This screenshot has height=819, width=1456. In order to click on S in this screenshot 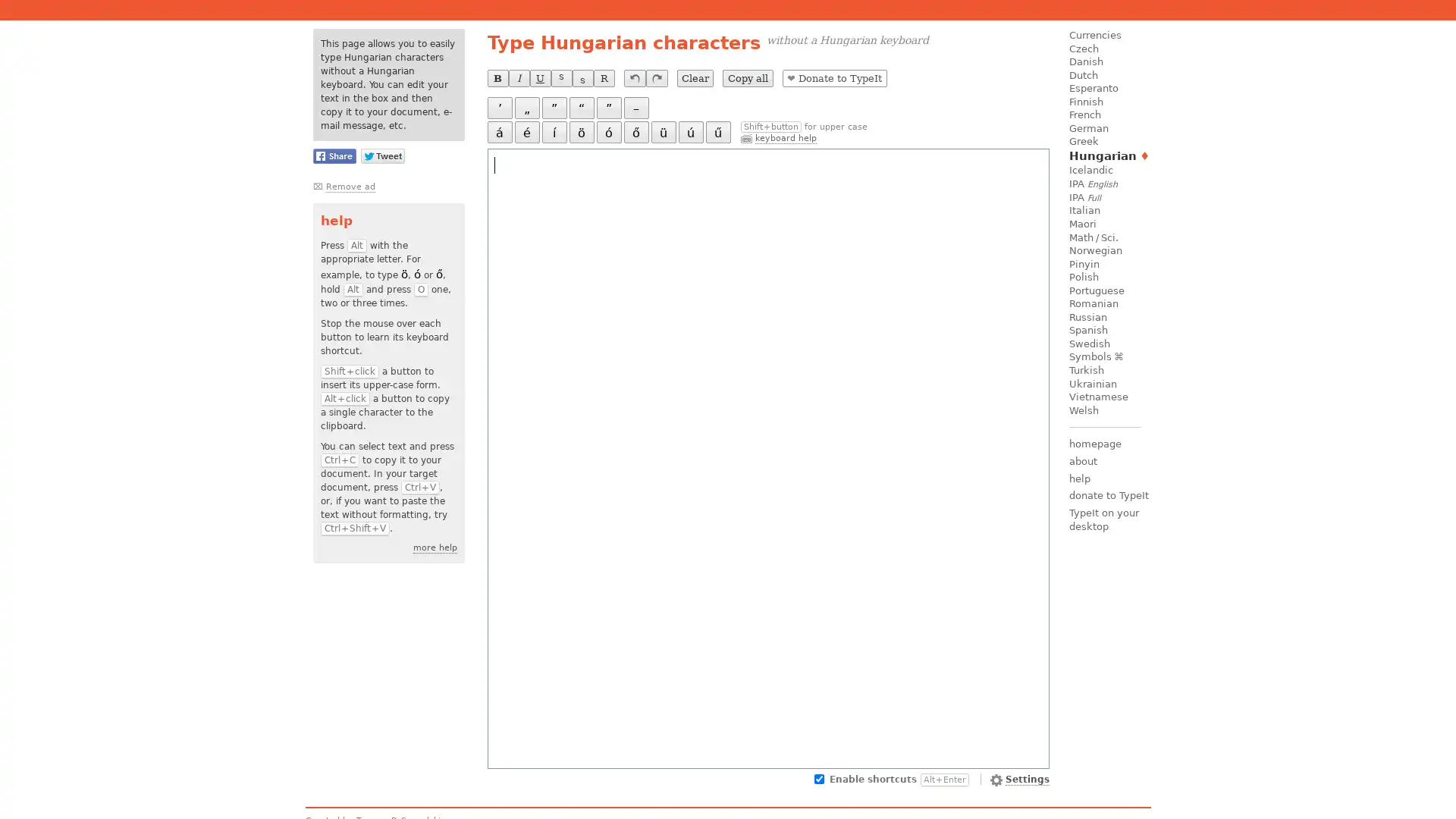, I will do `click(560, 78)`.